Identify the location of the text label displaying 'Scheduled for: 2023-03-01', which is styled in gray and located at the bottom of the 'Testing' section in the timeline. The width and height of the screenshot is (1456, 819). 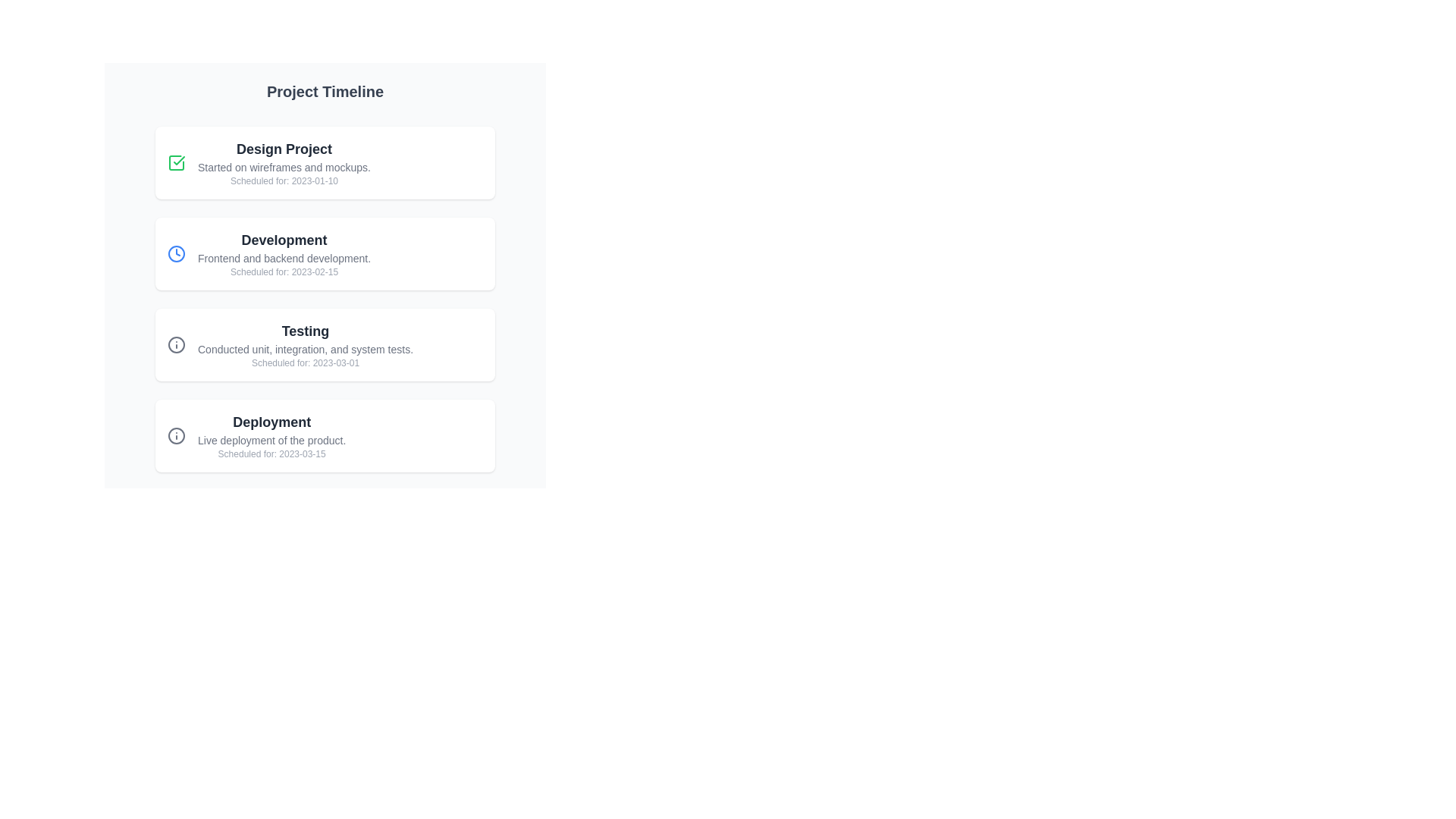
(305, 362).